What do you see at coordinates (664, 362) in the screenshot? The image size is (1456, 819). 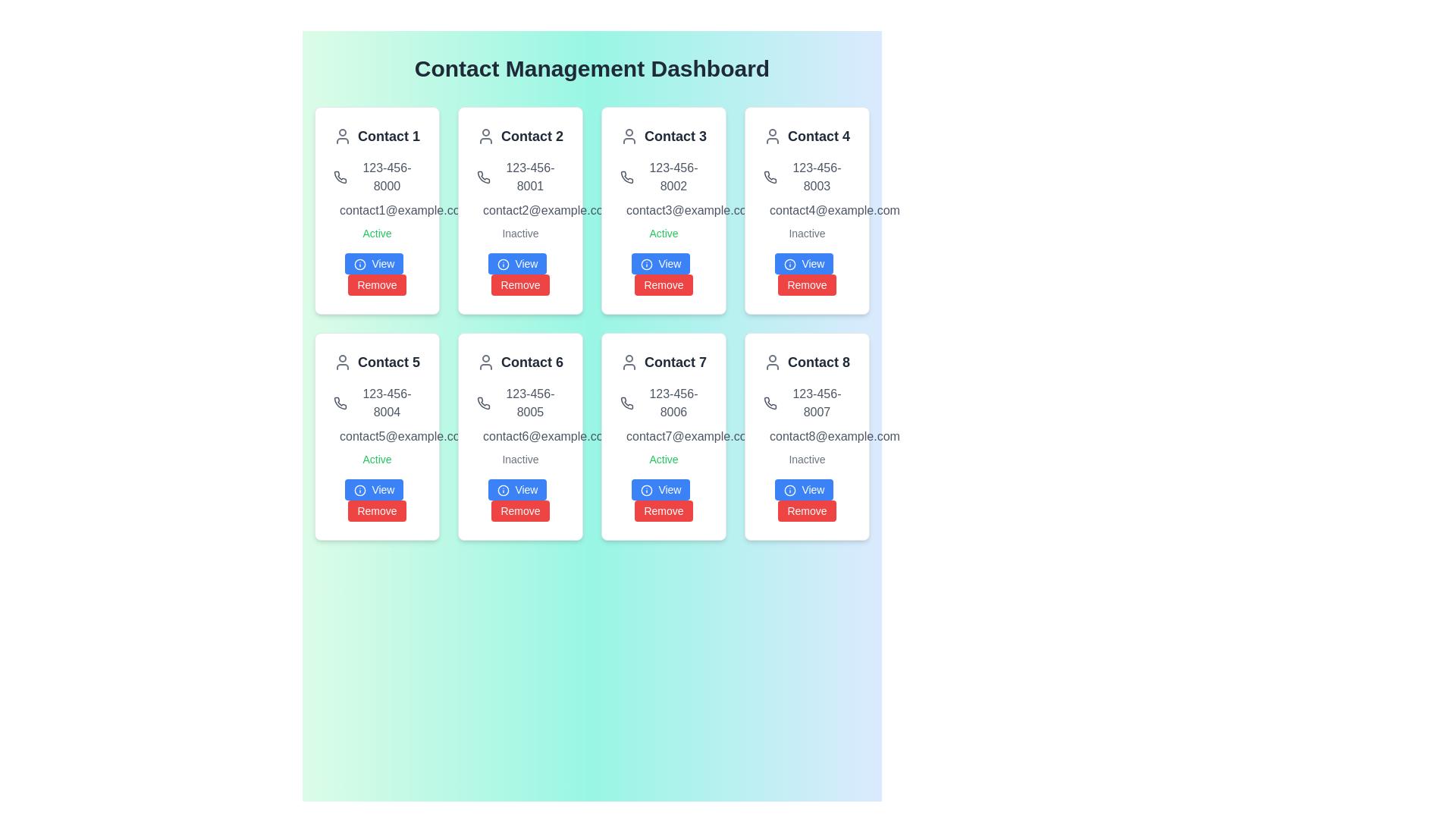 I see `the text label identifying the contact in the 'Contact 7' card layout, located at the top portion of the card` at bounding box center [664, 362].